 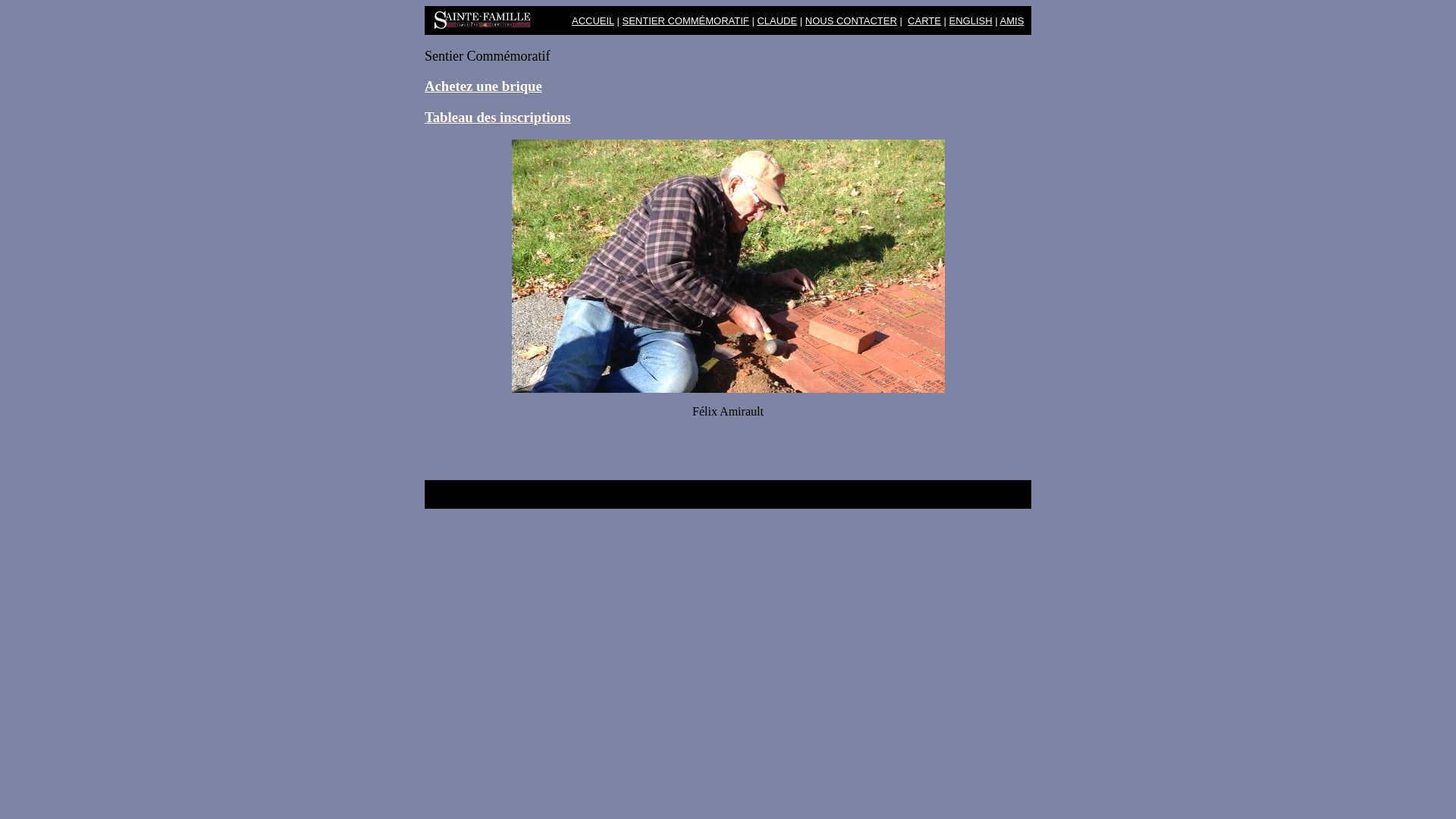 What do you see at coordinates (482, 86) in the screenshot?
I see `'Achetez une brique'` at bounding box center [482, 86].